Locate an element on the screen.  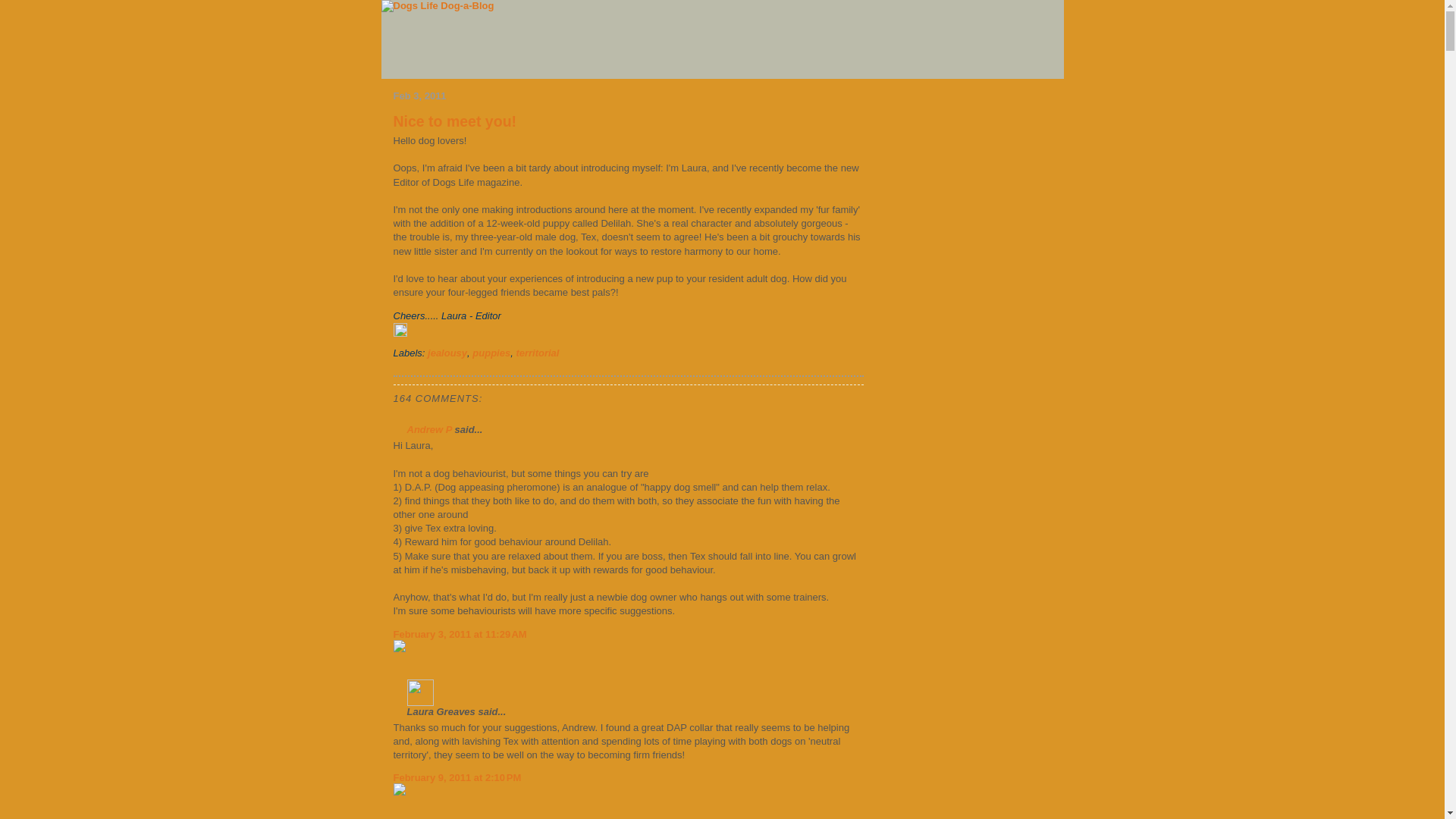
'Delete Comment' is located at coordinates (627, 651).